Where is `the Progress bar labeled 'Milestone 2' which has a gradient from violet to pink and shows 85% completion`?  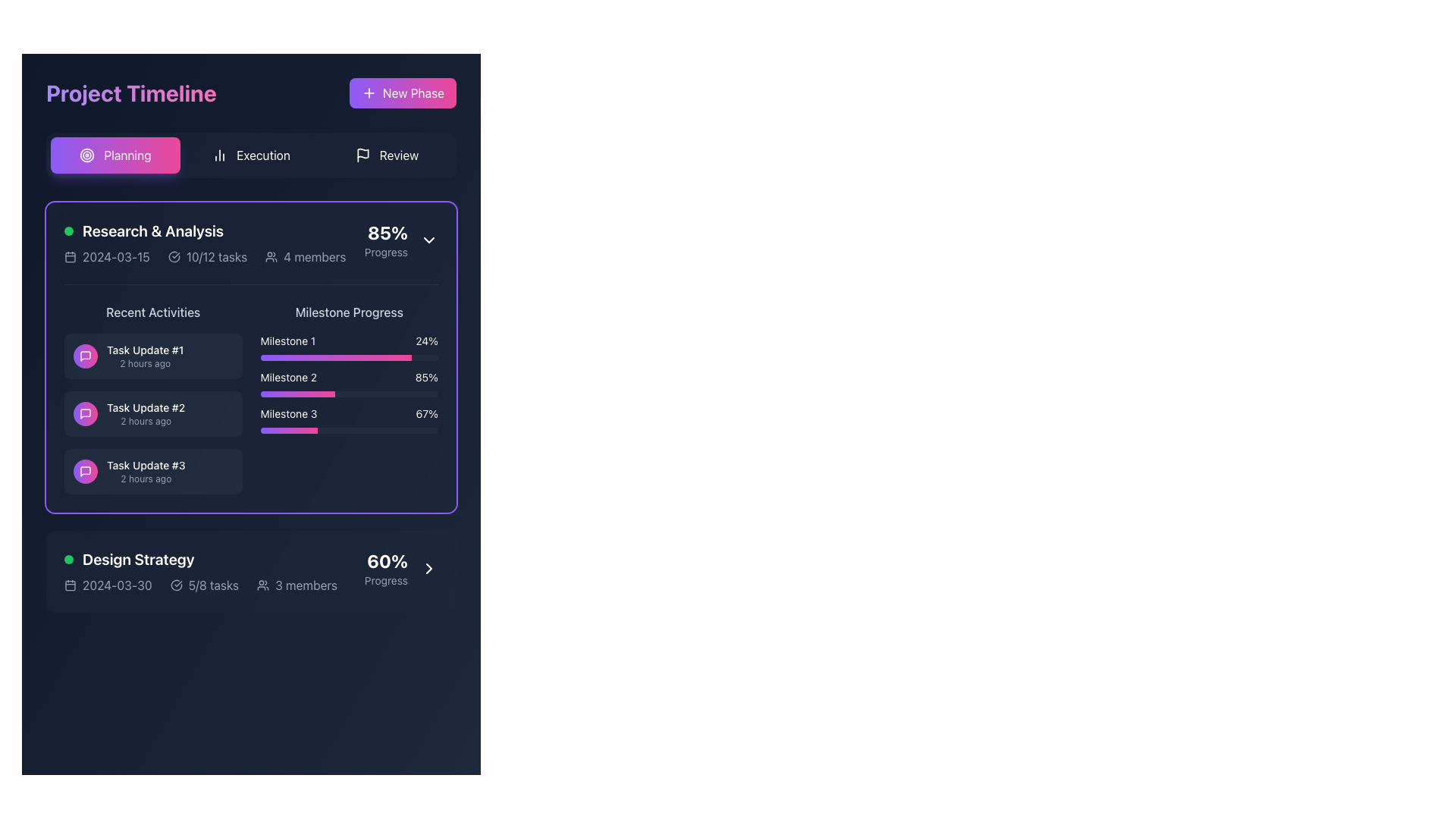
the Progress bar labeled 'Milestone 2' which has a gradient from violet to pink and shows 85% completion is located at coordinates (348, 382).